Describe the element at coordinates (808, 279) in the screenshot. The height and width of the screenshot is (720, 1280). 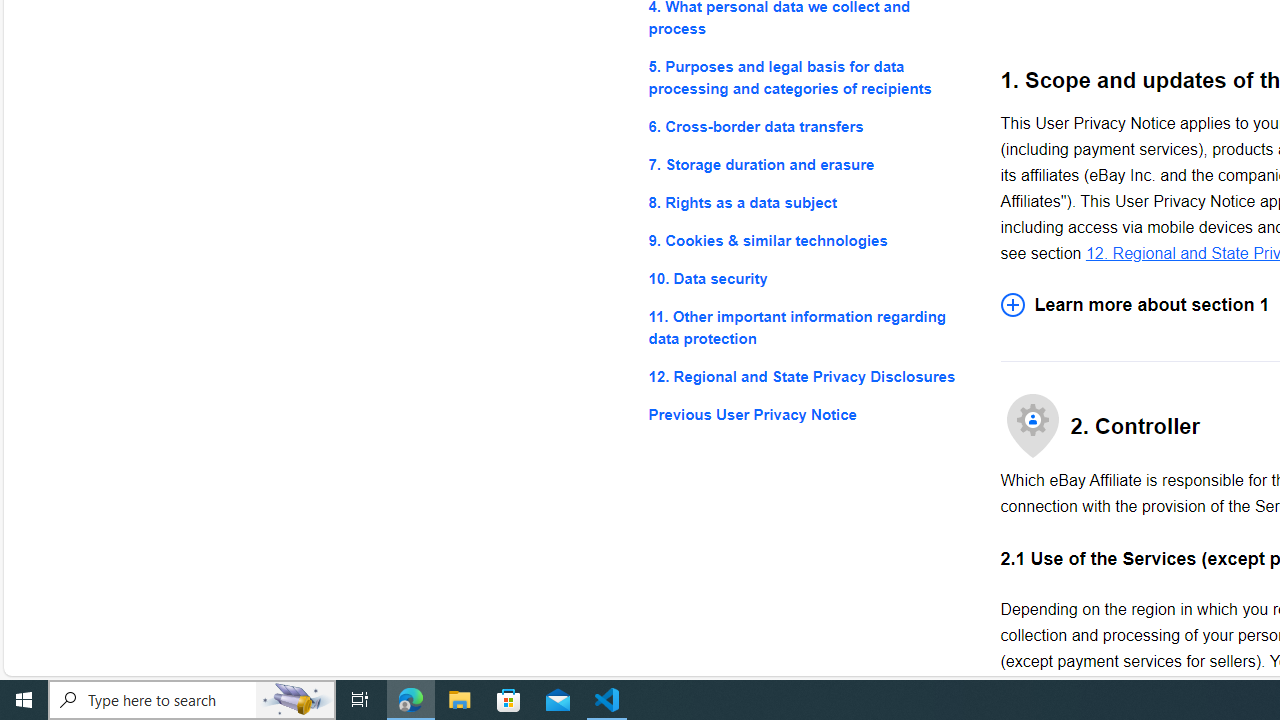
I see `'10. Data security'` at that location.